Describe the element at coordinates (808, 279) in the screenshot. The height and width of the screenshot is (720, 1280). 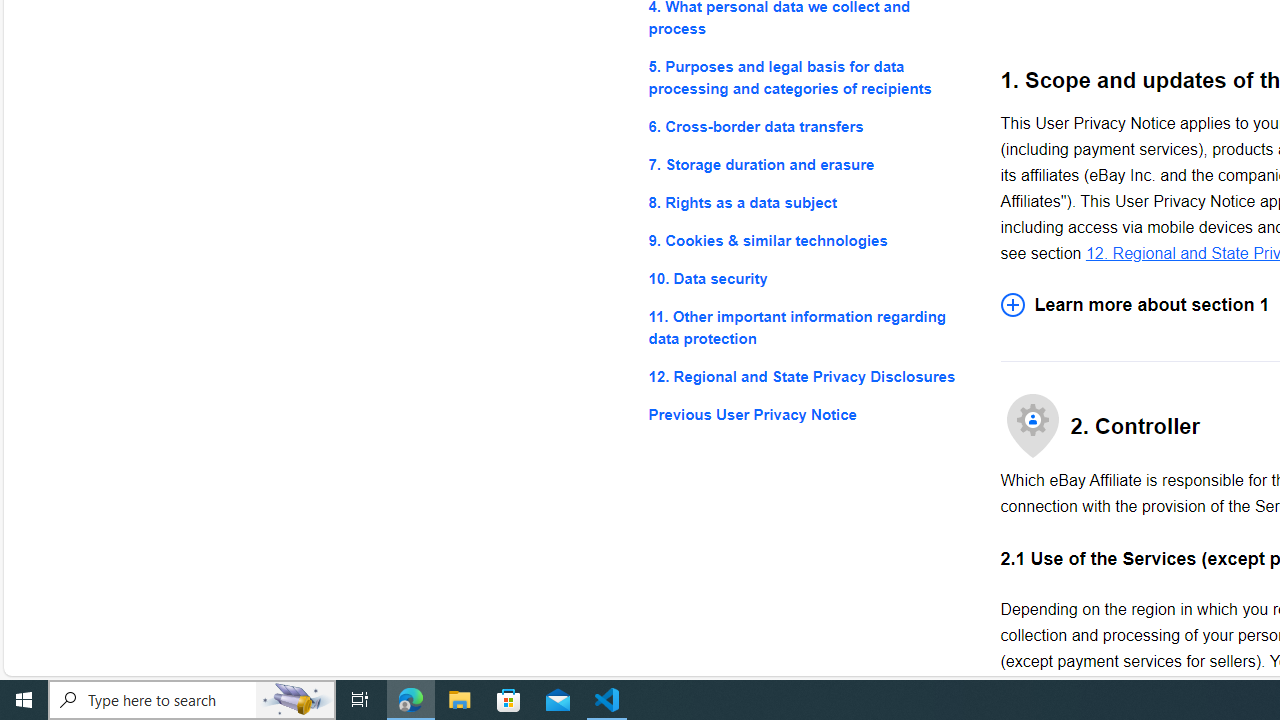
I see `'10. Data security'` at that location.